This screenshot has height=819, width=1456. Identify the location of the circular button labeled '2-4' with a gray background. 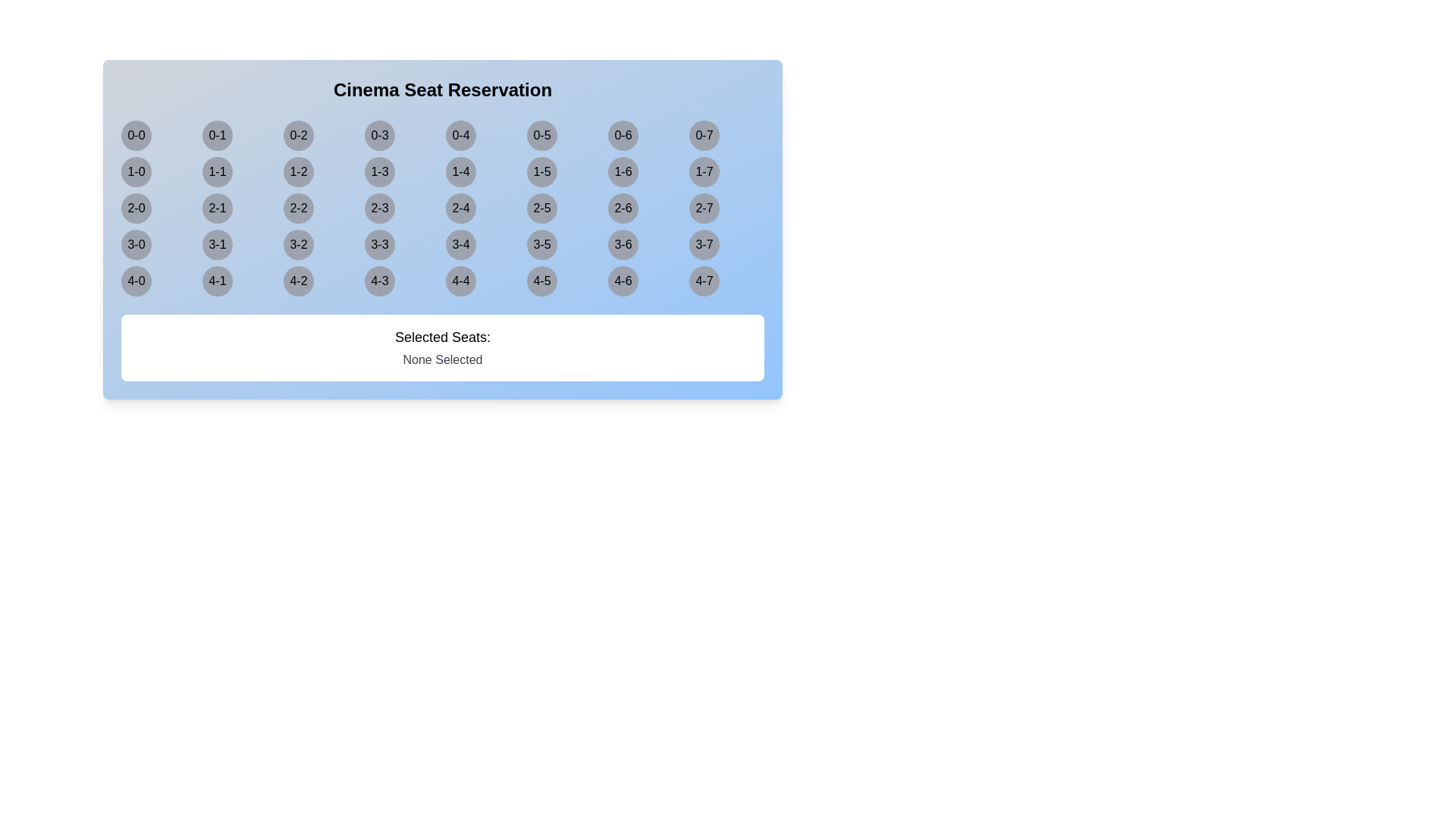
(460, 208).